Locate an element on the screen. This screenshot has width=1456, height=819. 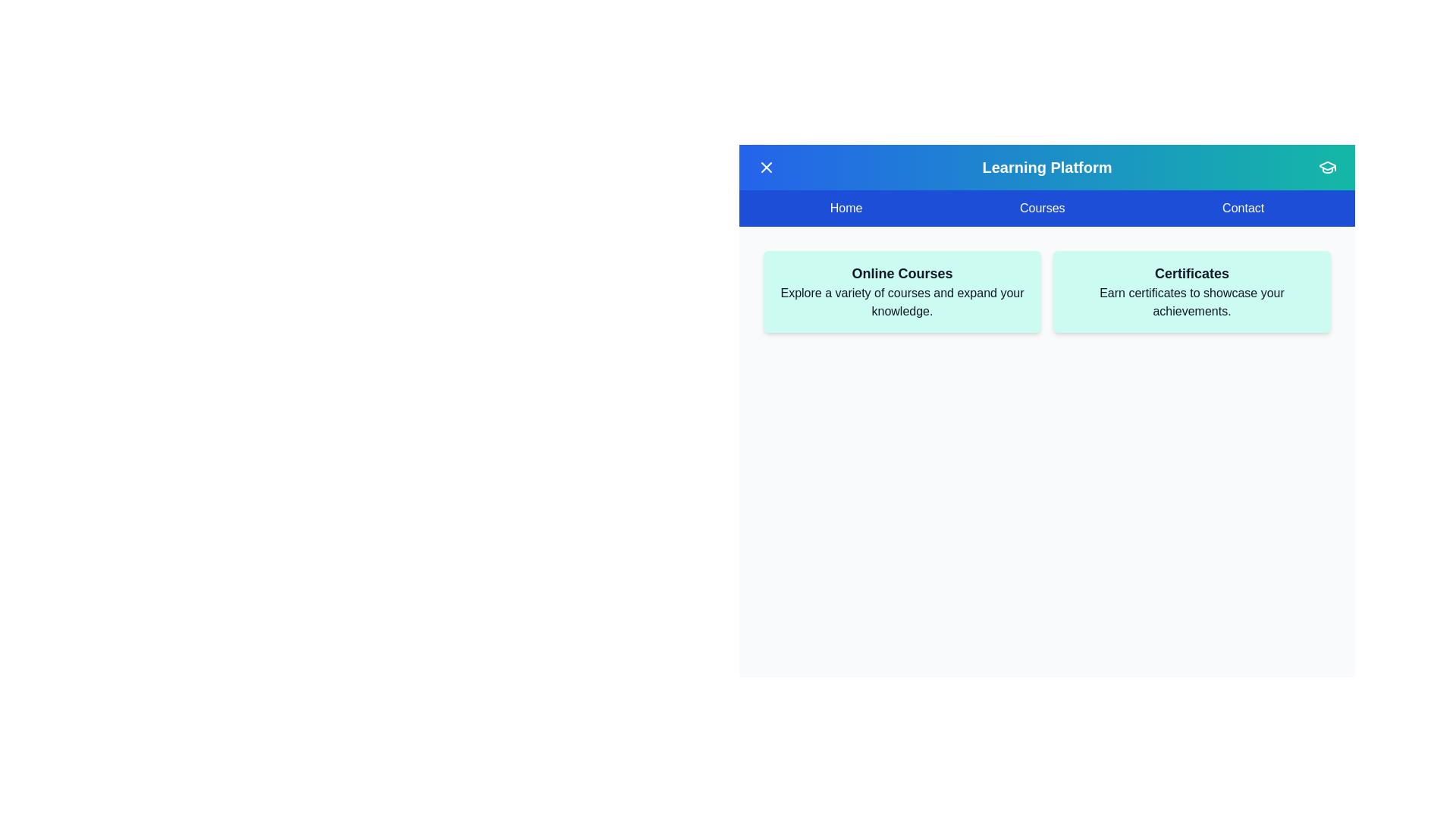
the 'Contact' menu item in the navigation bar is located at coordinates (1242, 208).